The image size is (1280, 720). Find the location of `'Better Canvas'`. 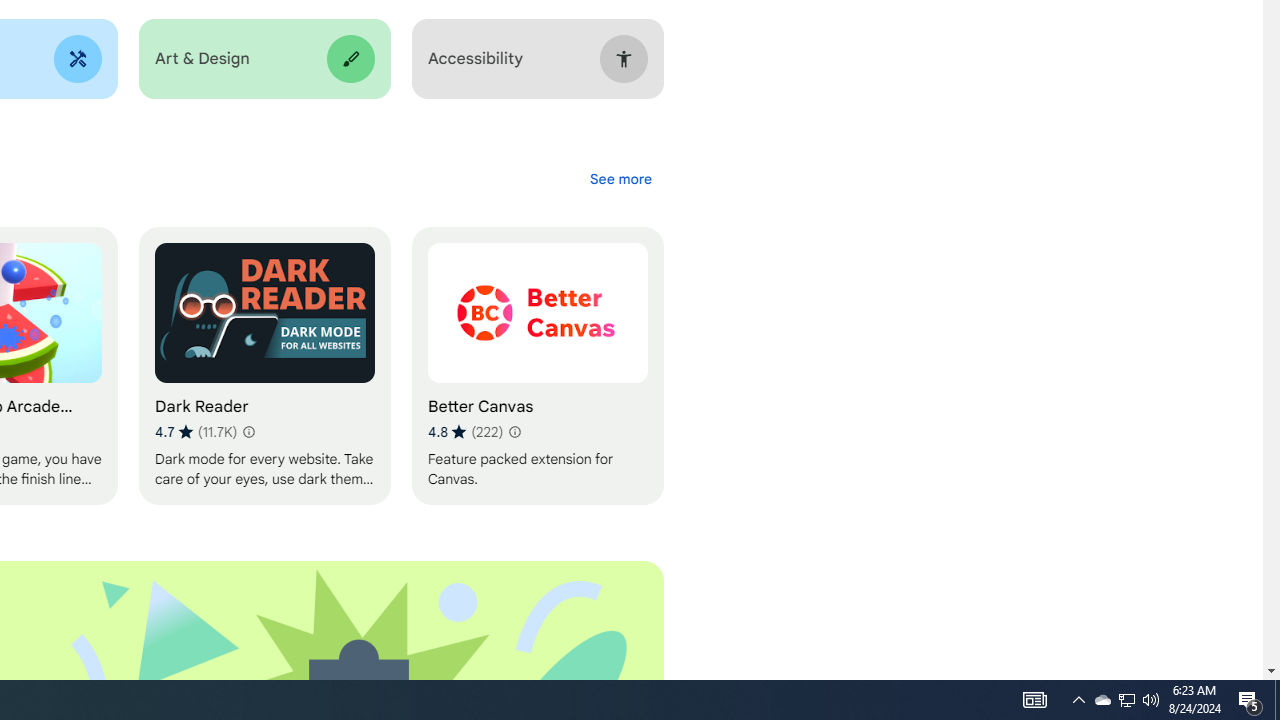

'Better Canvas' is located at coordinates (537, 366).